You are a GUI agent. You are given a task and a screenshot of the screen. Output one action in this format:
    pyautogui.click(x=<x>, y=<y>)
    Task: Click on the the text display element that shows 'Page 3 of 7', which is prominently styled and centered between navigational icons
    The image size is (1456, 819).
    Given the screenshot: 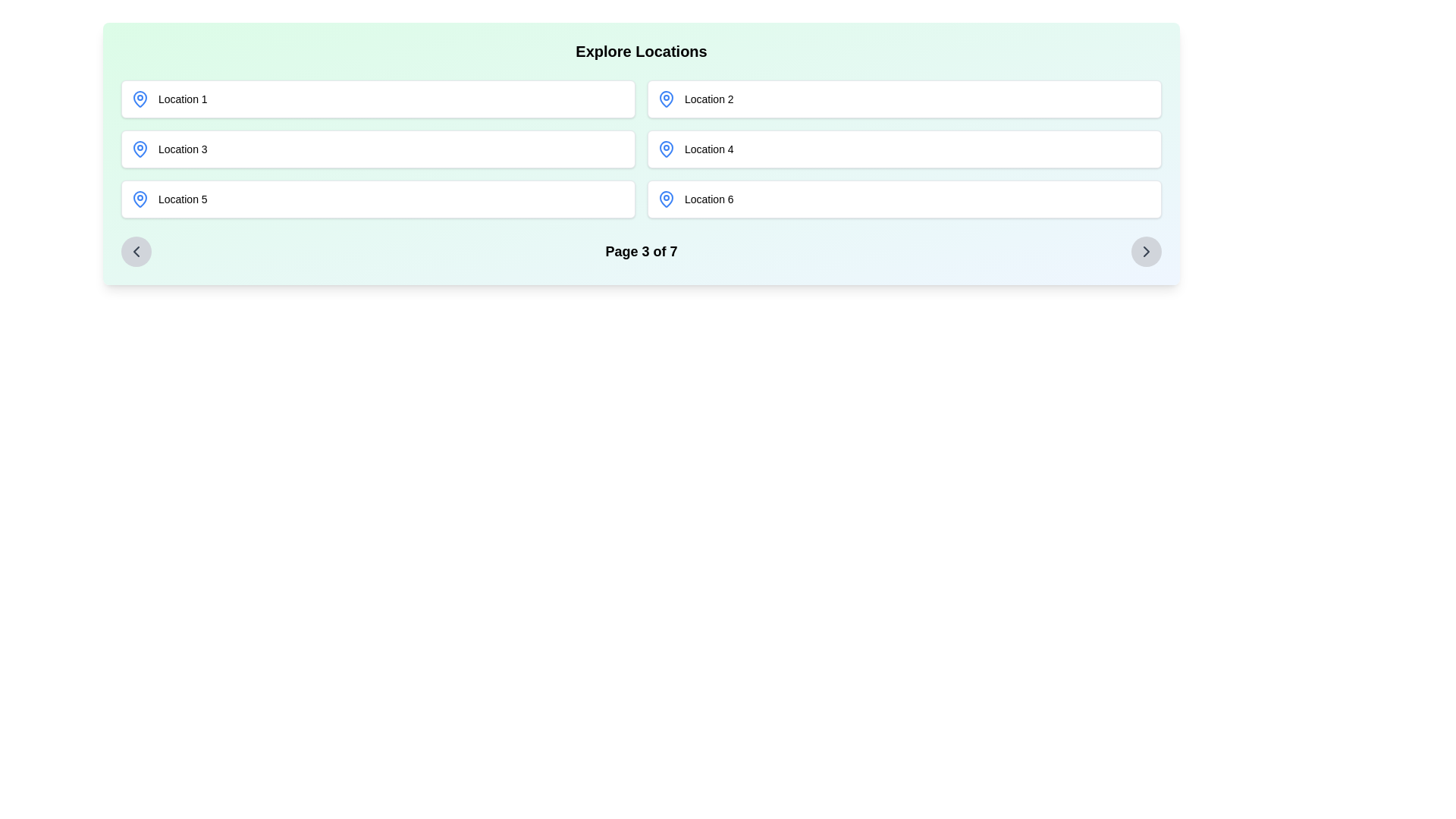 What is the action you would take?
    pyautogui.click(x=641, y=250)
    